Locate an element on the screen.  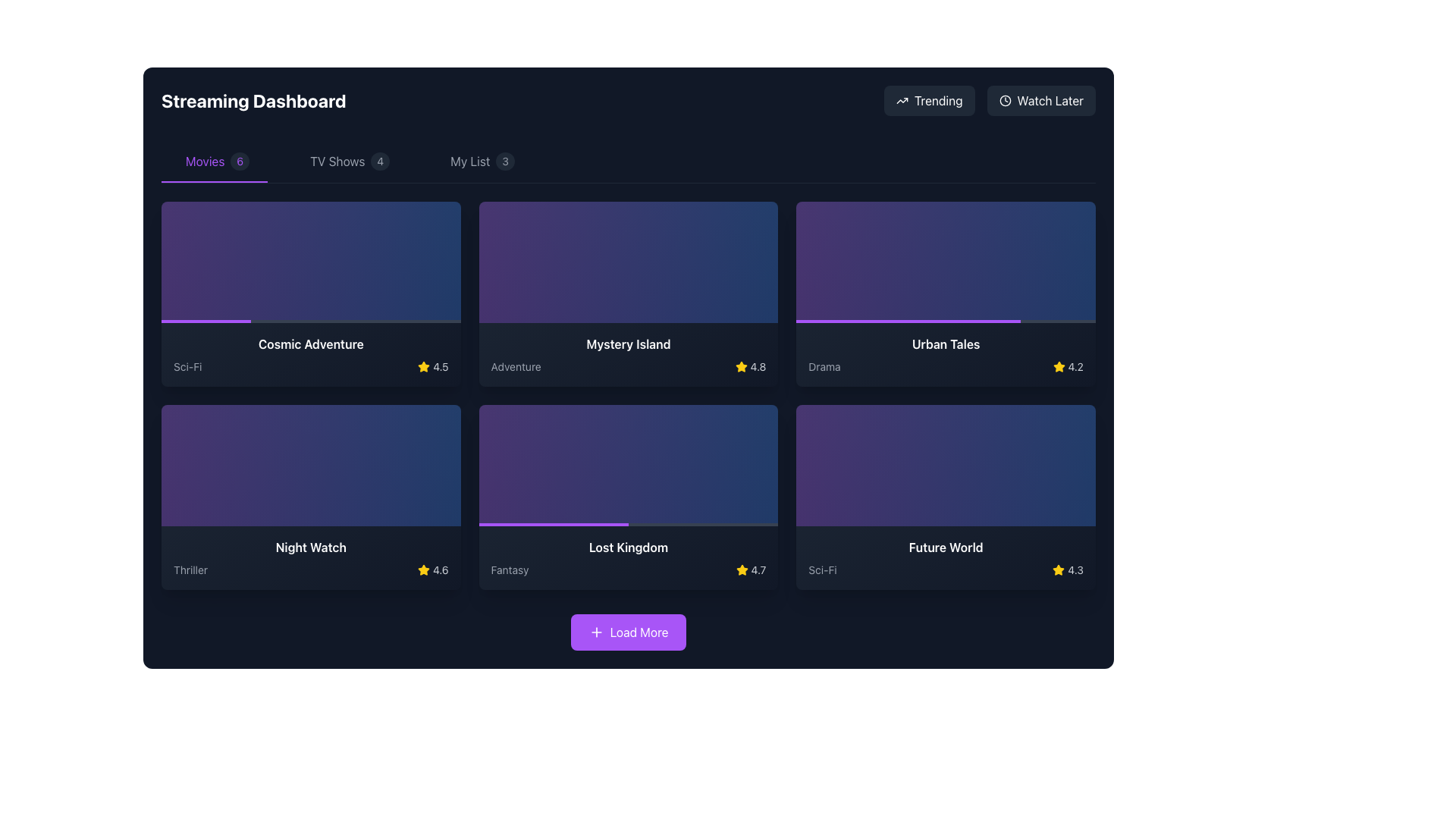
the 'Watch Later' text label located in the top-right section of the interface, adjacent to the 'Trending' button is located at coordinates (1050, 100).